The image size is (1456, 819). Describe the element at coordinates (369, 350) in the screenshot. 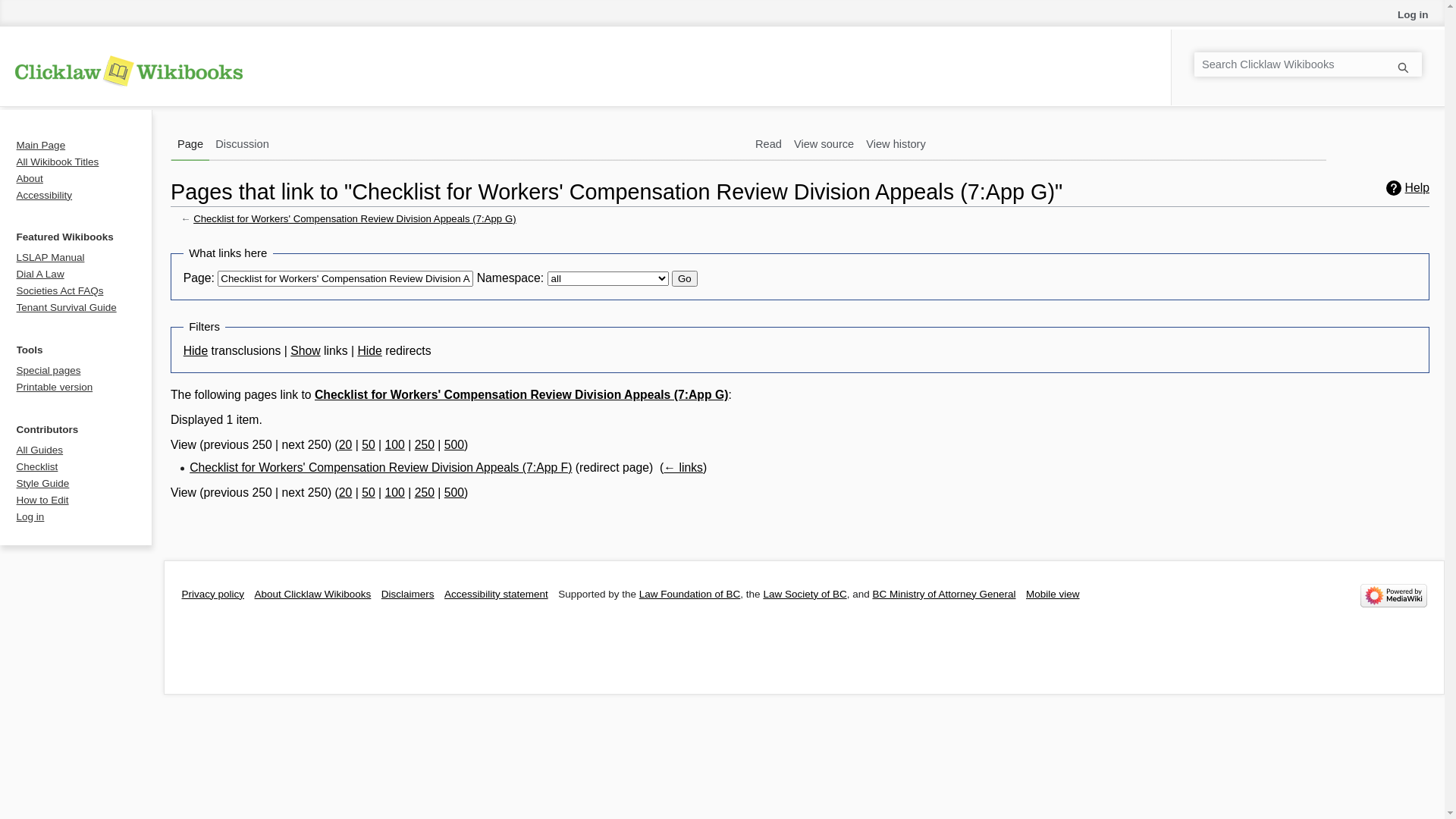

I see `'Hide'` at that location.